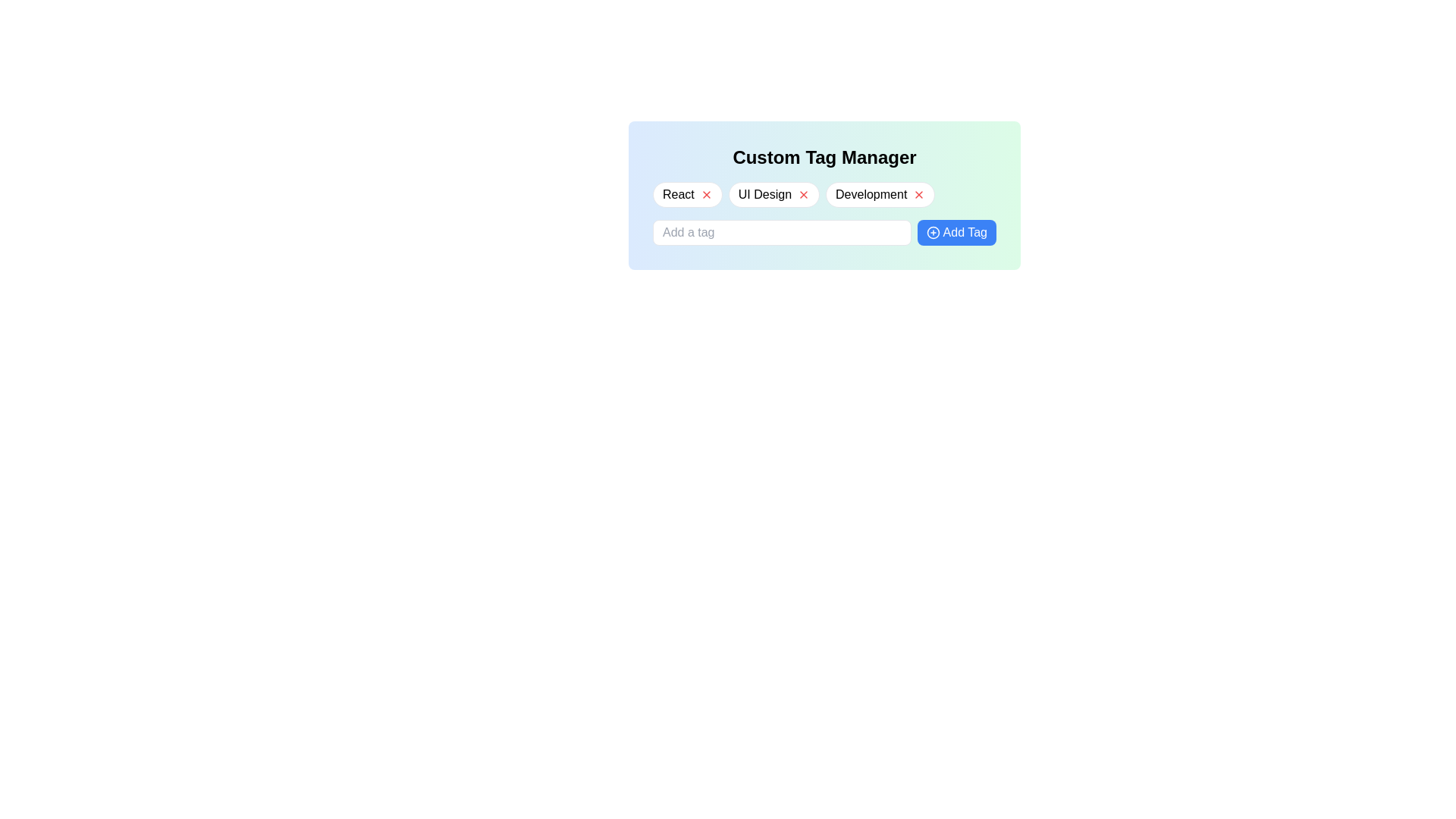  Describe the element at coordinates (803, 194) in the screenshot. I see `the red 'X' close icon within the 'UI Design' tag` at that location.